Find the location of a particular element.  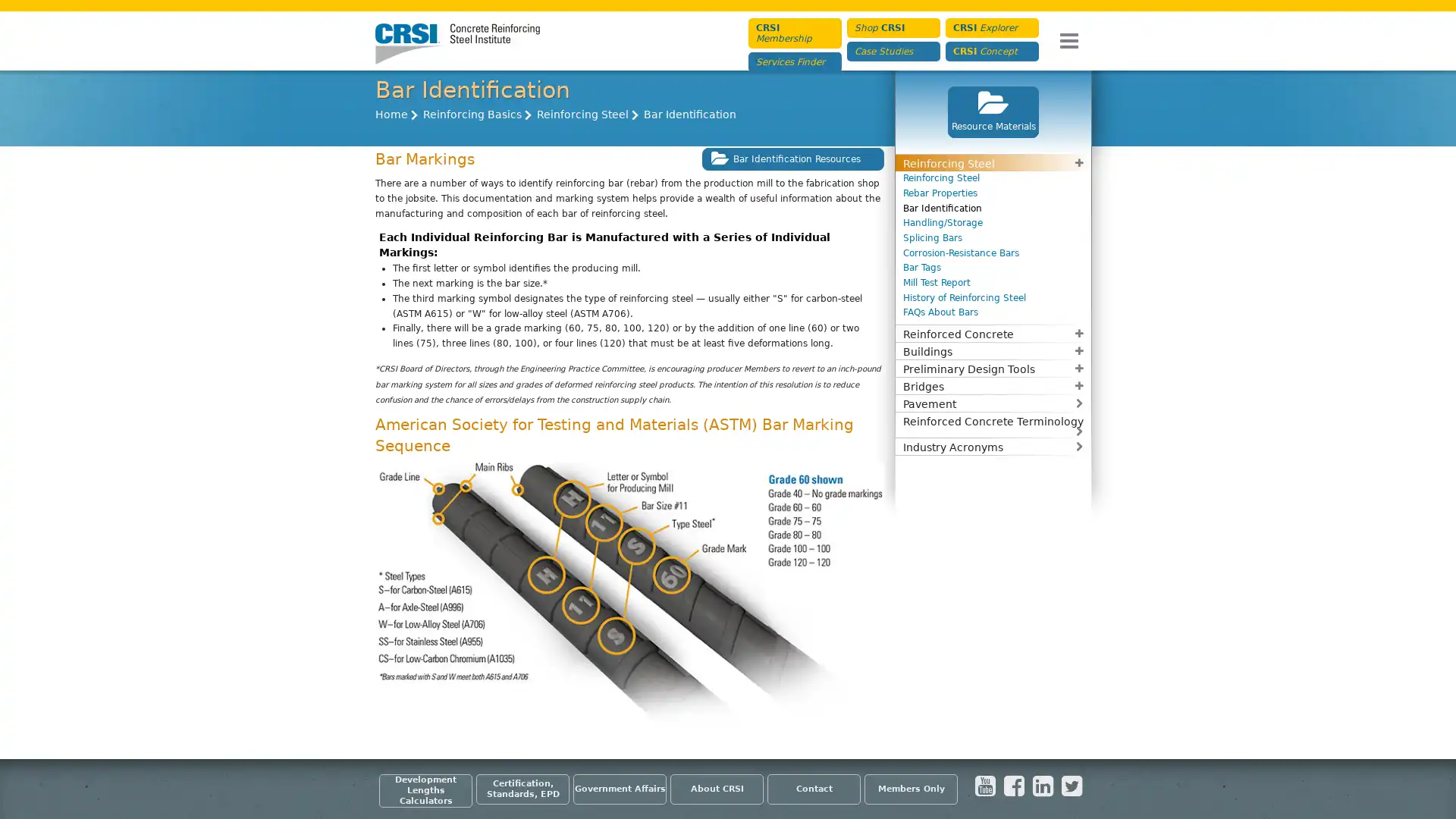

Services Finder is located at coordinates (794, 61).